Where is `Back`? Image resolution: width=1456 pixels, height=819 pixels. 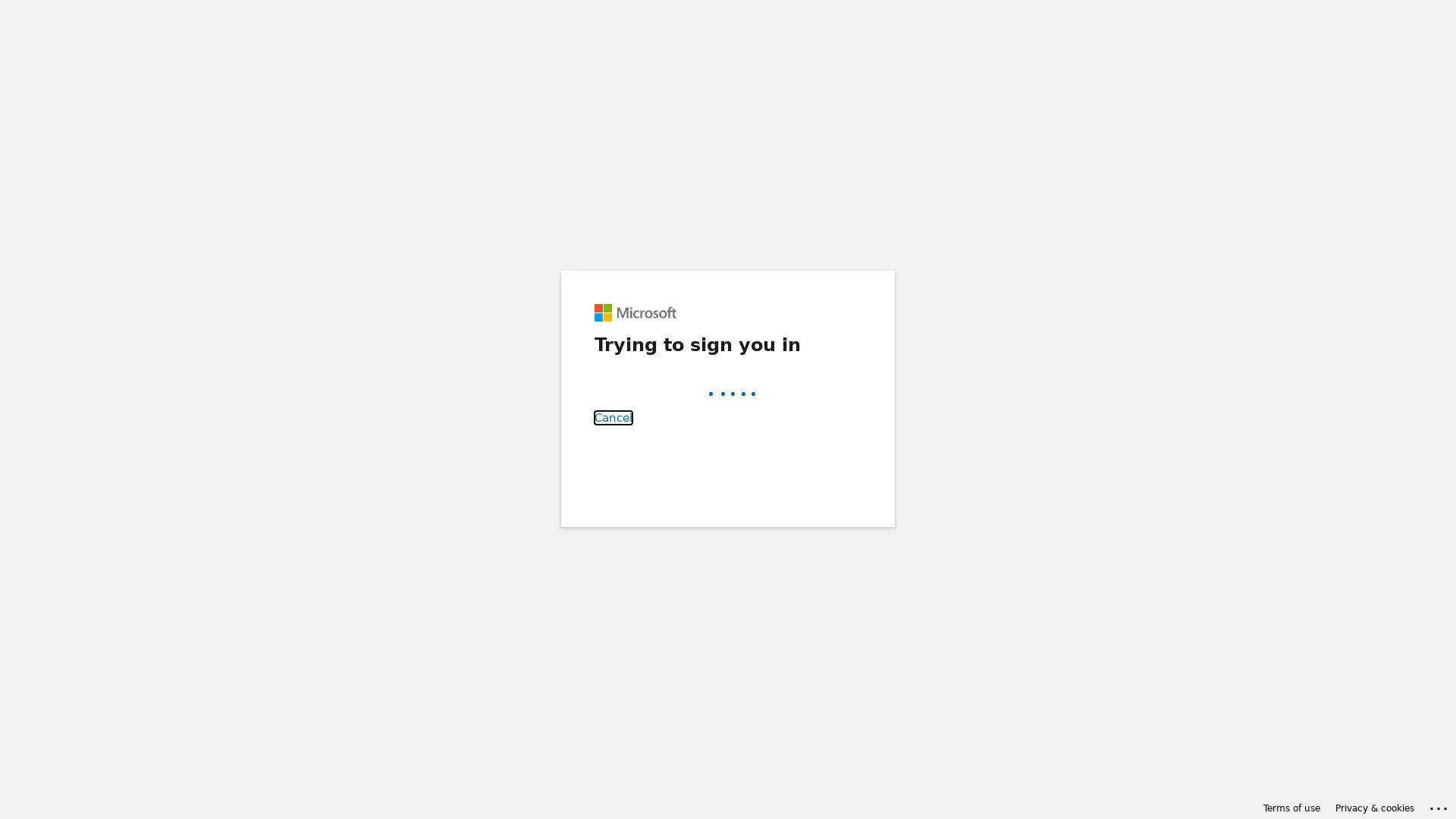
Back is located at coordinates (735, 452).